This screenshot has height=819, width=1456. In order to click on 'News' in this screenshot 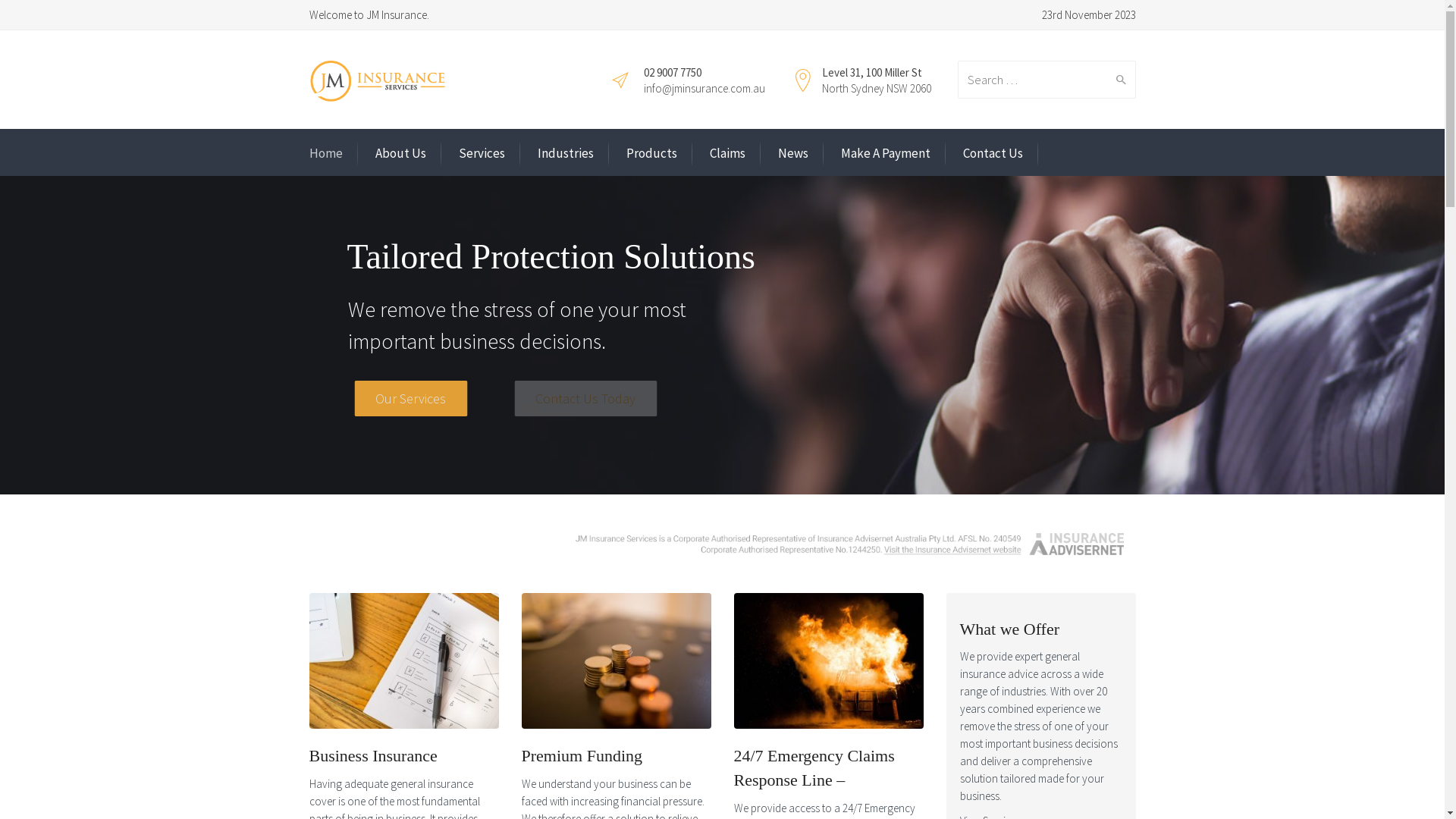, I will do `click(792, 153)`.